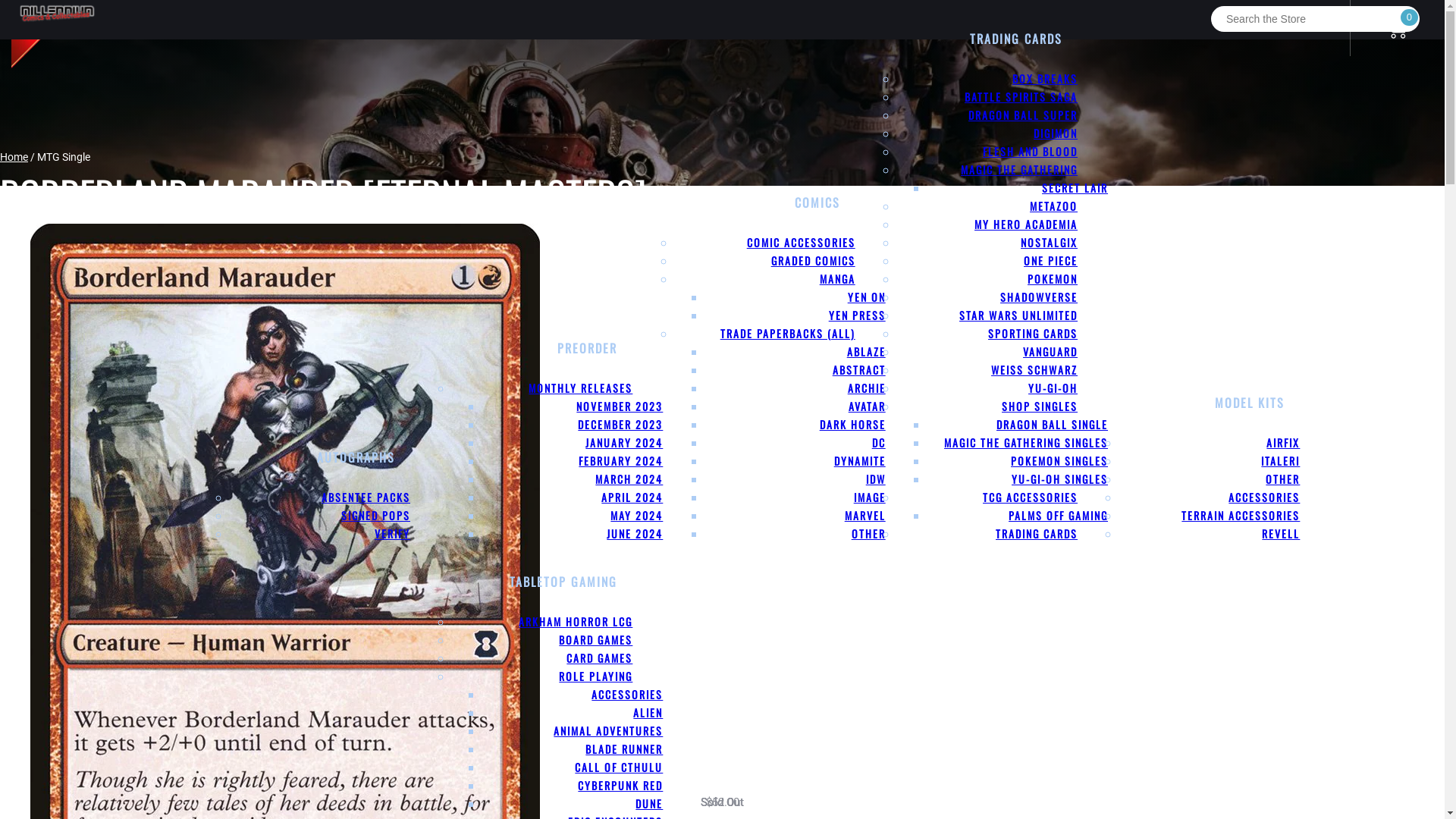 The width and height of the screenshot is (1456, 819). What do you see at coordinates (787, 332) in the screenshot?
I see `'TRADE PAPERBACKS (ALL)'` at bounding box center [787, 332].